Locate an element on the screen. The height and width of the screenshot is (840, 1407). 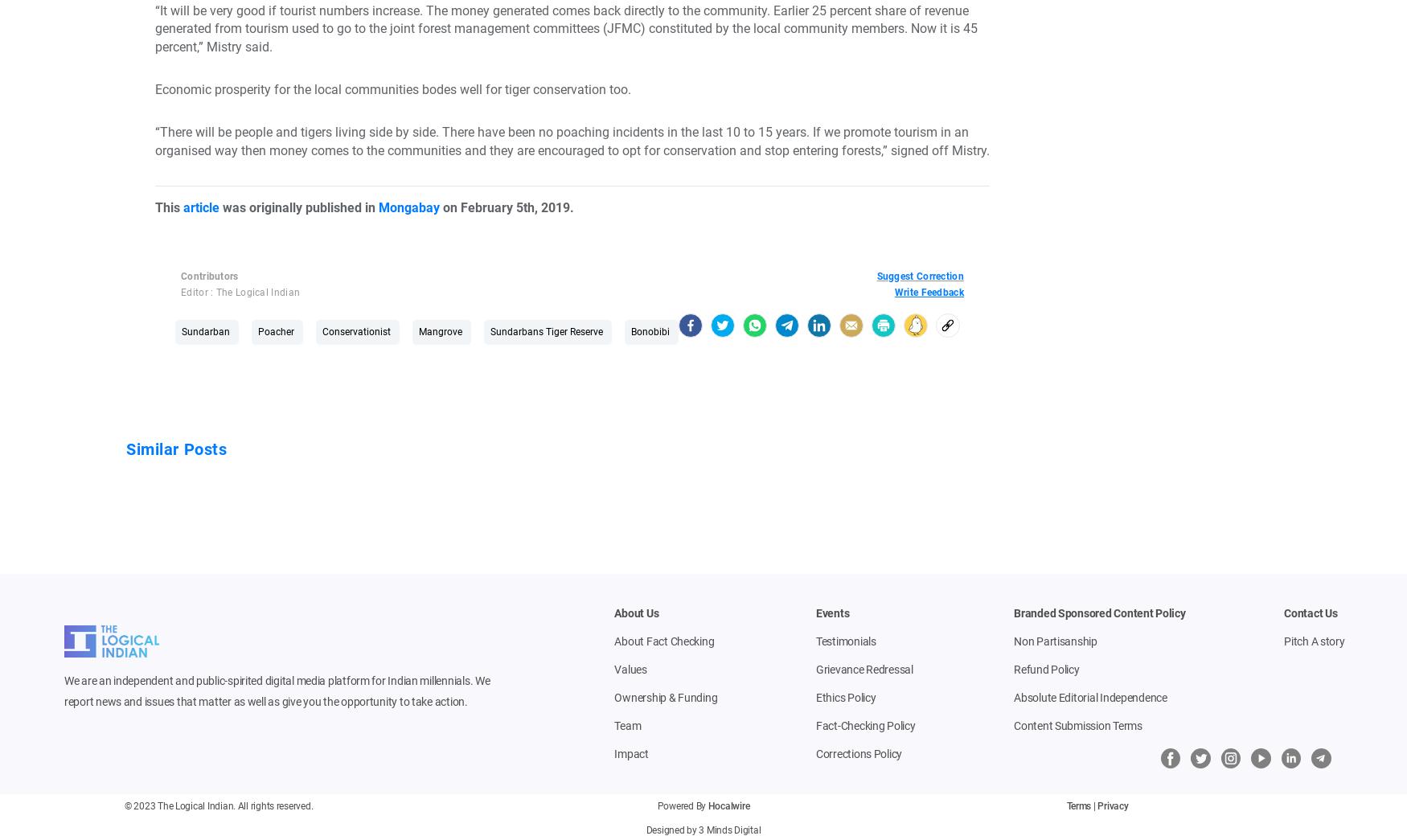
'Corrections Policy' is located at coordinates (859, 752).